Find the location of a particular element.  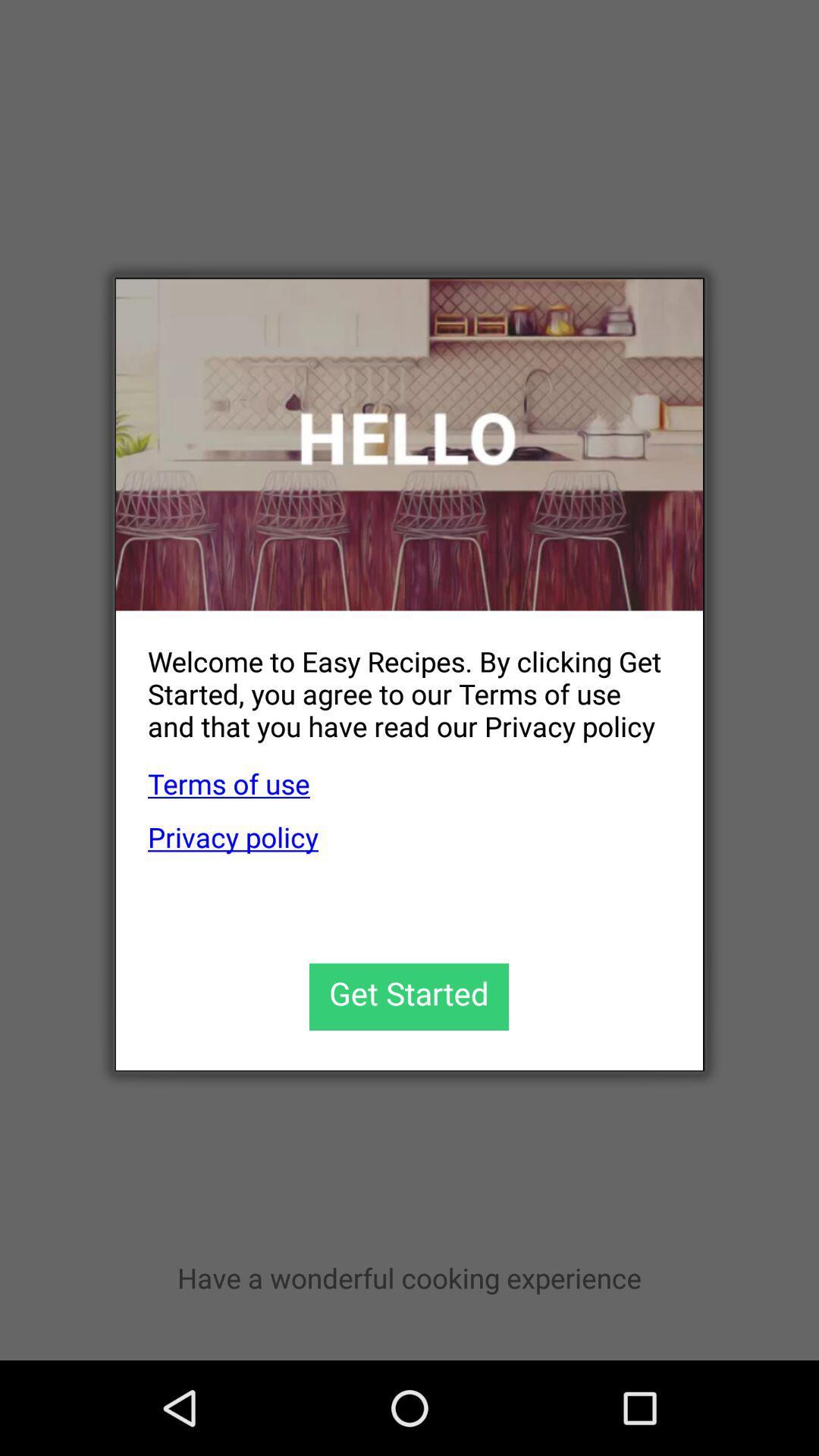

continue is located at coordinates (408, 996).